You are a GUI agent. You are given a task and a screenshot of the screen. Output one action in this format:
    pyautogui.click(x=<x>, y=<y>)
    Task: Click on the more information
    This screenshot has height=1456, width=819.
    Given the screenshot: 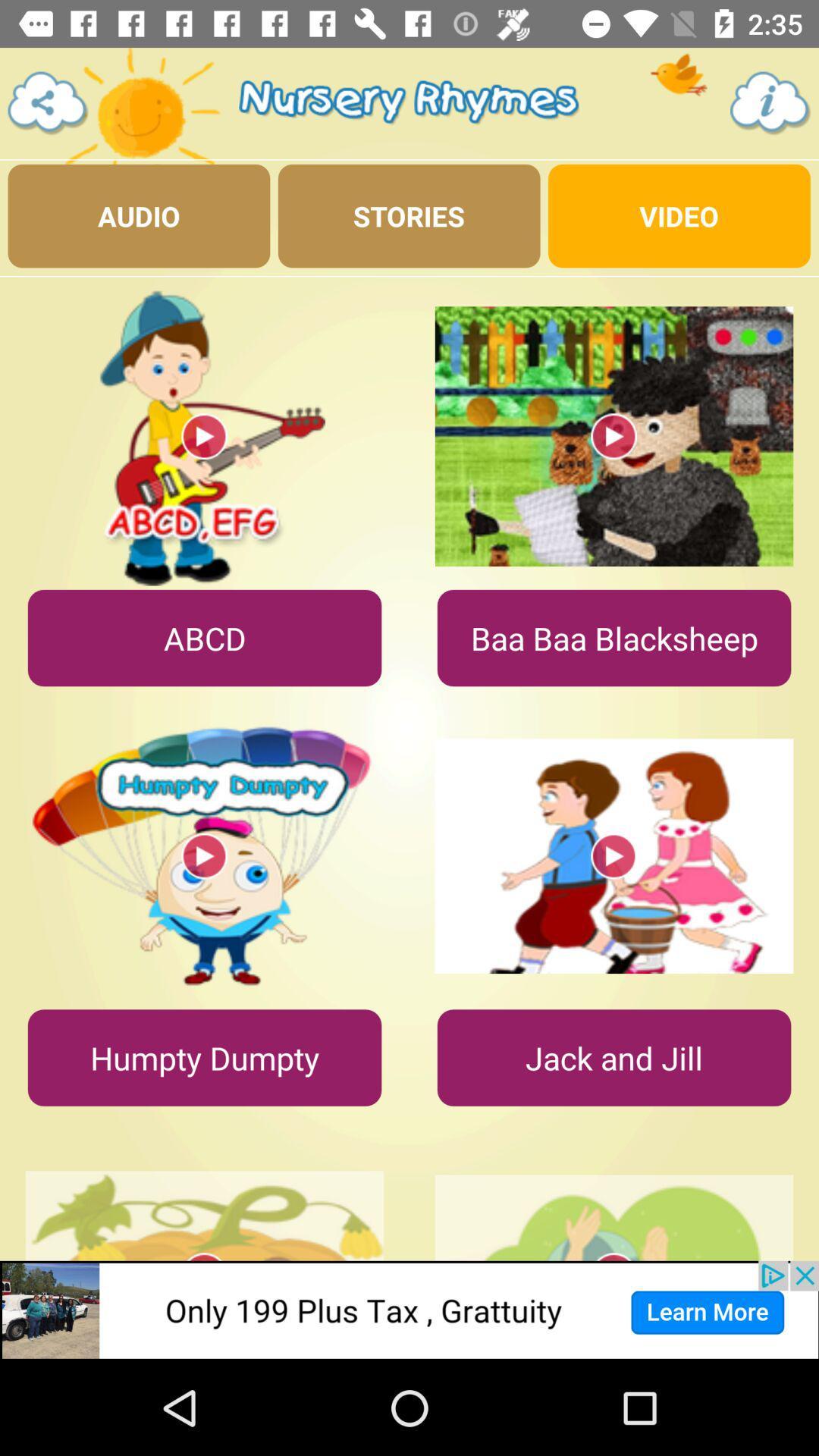 What is the action you would take?
    pyautogui.click(x=770, y=102)
    